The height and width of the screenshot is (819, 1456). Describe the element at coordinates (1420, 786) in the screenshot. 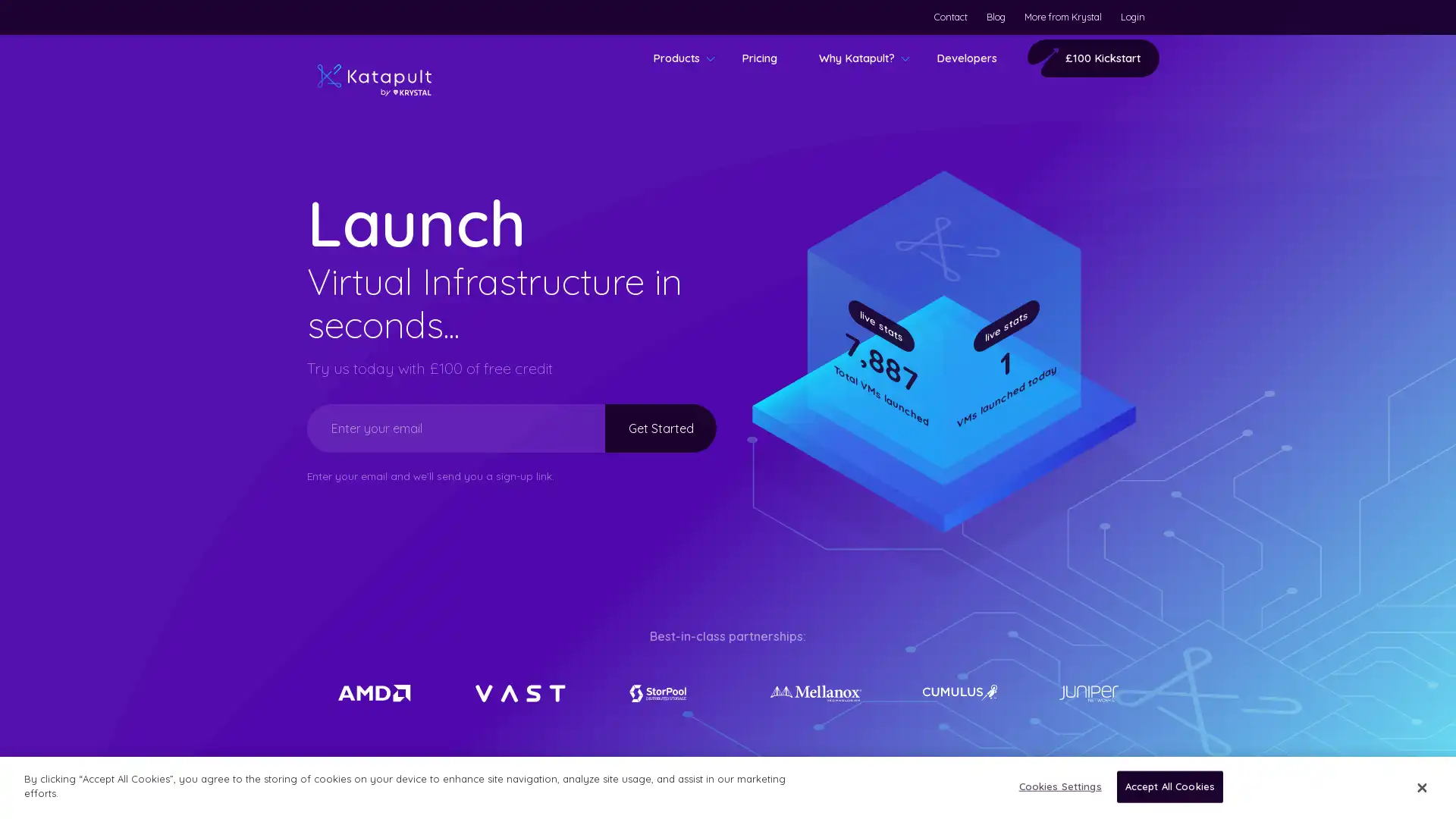

I see `Close` at that location.